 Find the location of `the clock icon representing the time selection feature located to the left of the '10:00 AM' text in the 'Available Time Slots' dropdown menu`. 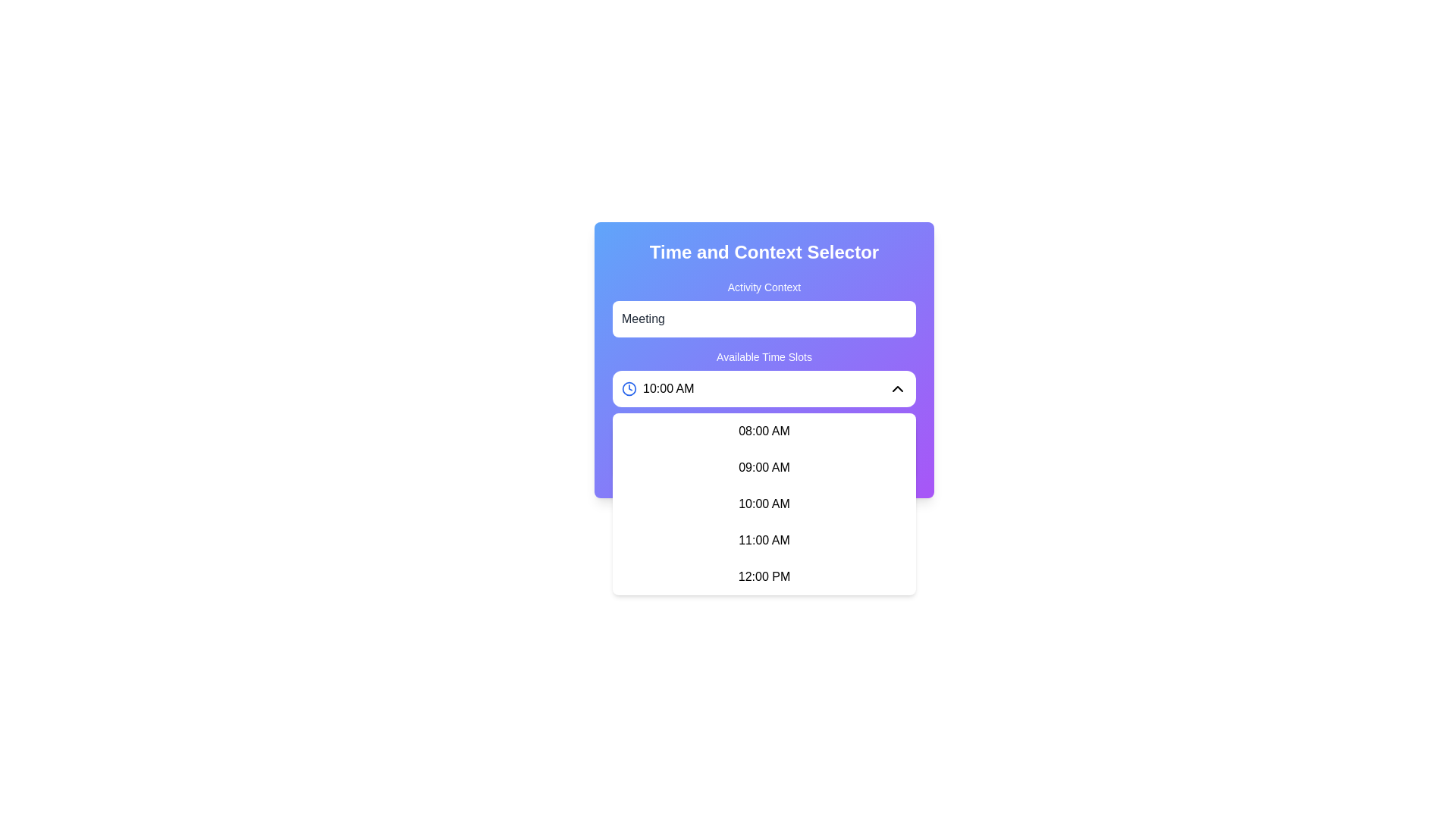

the clock icon representing the time selection feature located to the left of the '10:00 AM' text in the 'Available Time Slots' dropdown menu is located at coordinates (629, 388).